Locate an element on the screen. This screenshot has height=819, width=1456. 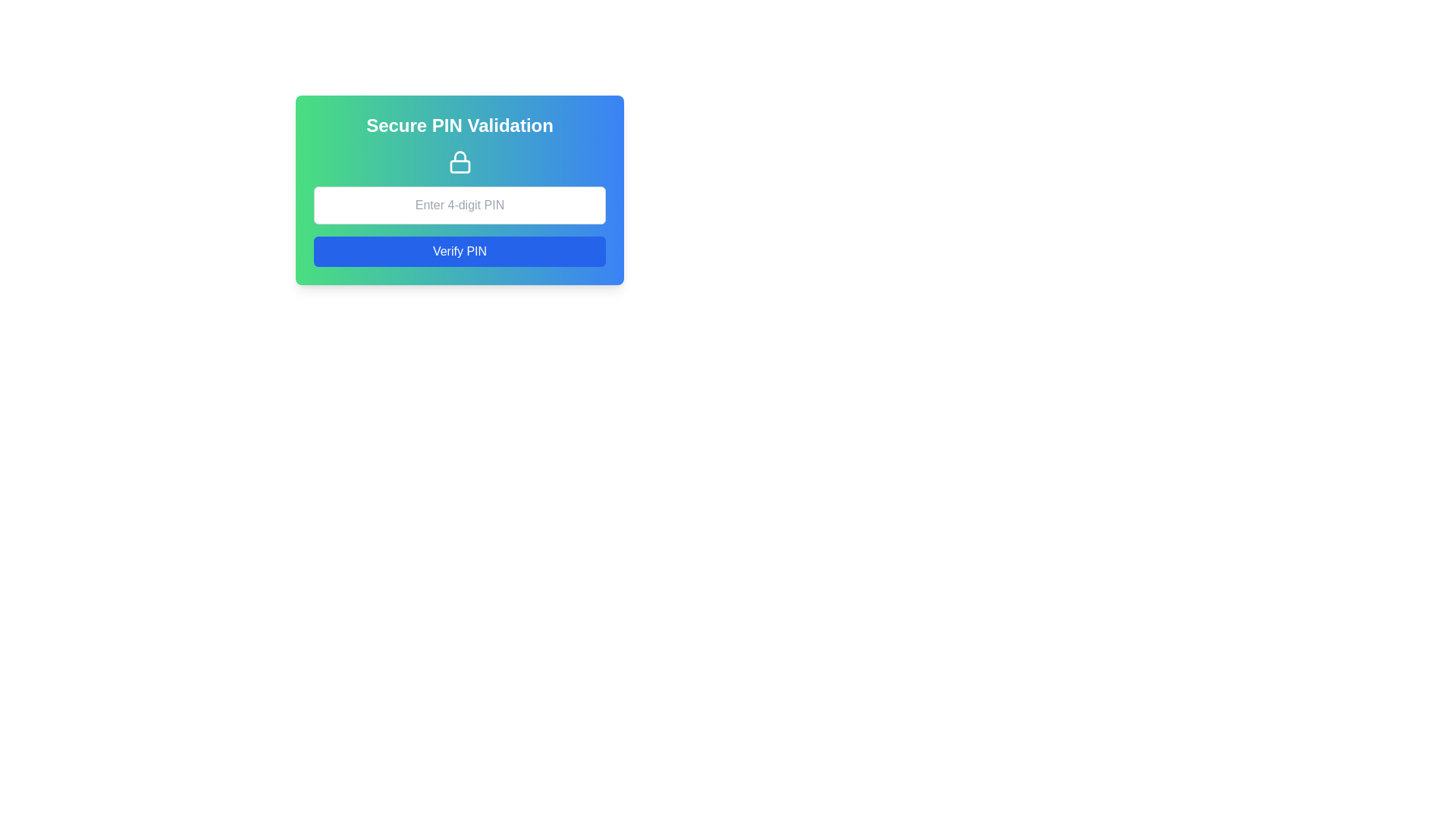
the decorative lower part of the padlock icon, which is part of the lock icon above the 'Enter 4-digit PIN' text input field is located at coordinates (459, 166).